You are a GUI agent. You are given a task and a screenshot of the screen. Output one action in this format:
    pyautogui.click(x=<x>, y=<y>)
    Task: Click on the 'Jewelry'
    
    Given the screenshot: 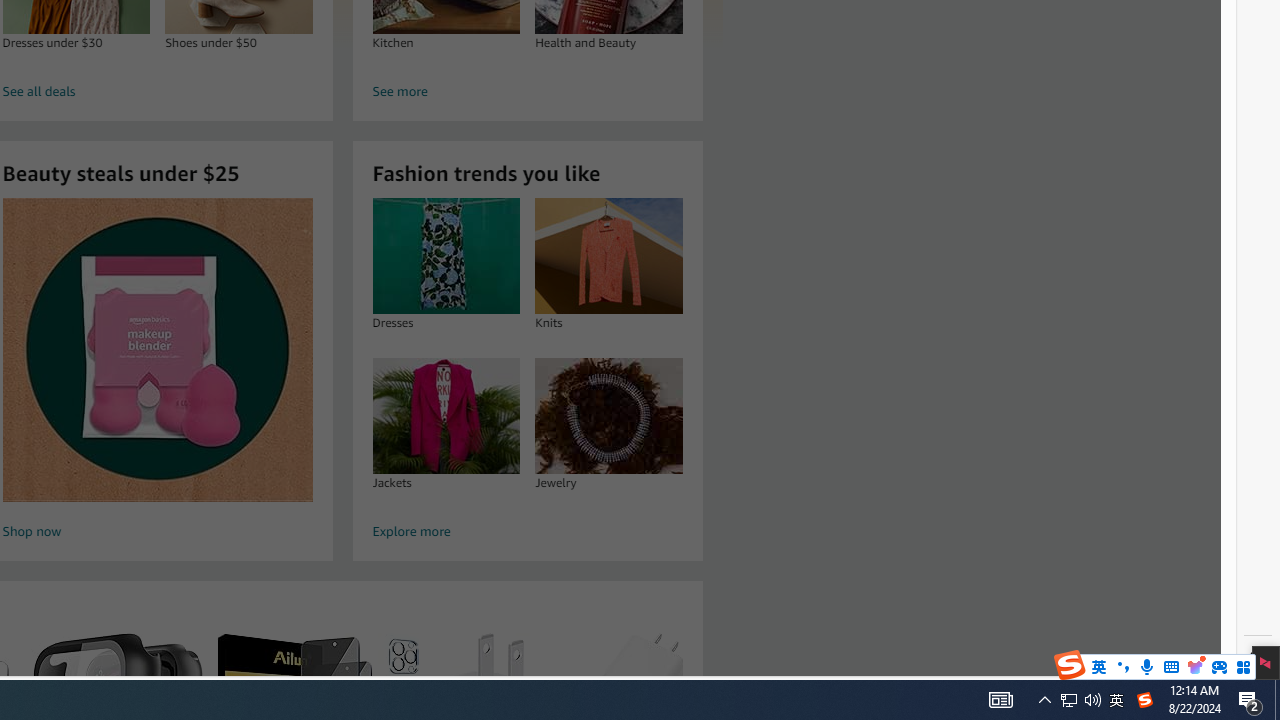 What is the action you would take?
    pyautogui.click(x=608, y=414)
    